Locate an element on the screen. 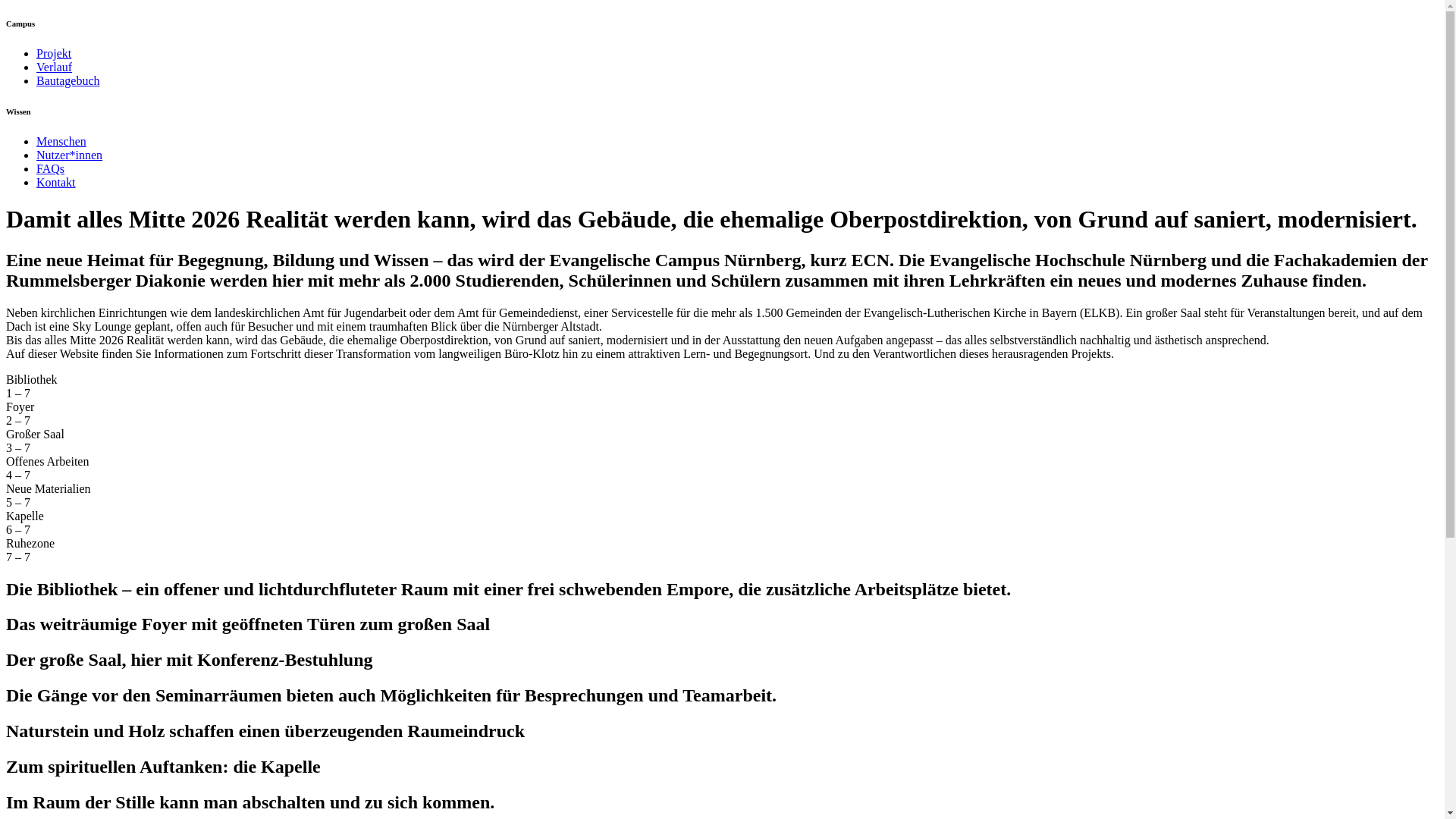  'Verlauf' is located at coordinates (54, 66).